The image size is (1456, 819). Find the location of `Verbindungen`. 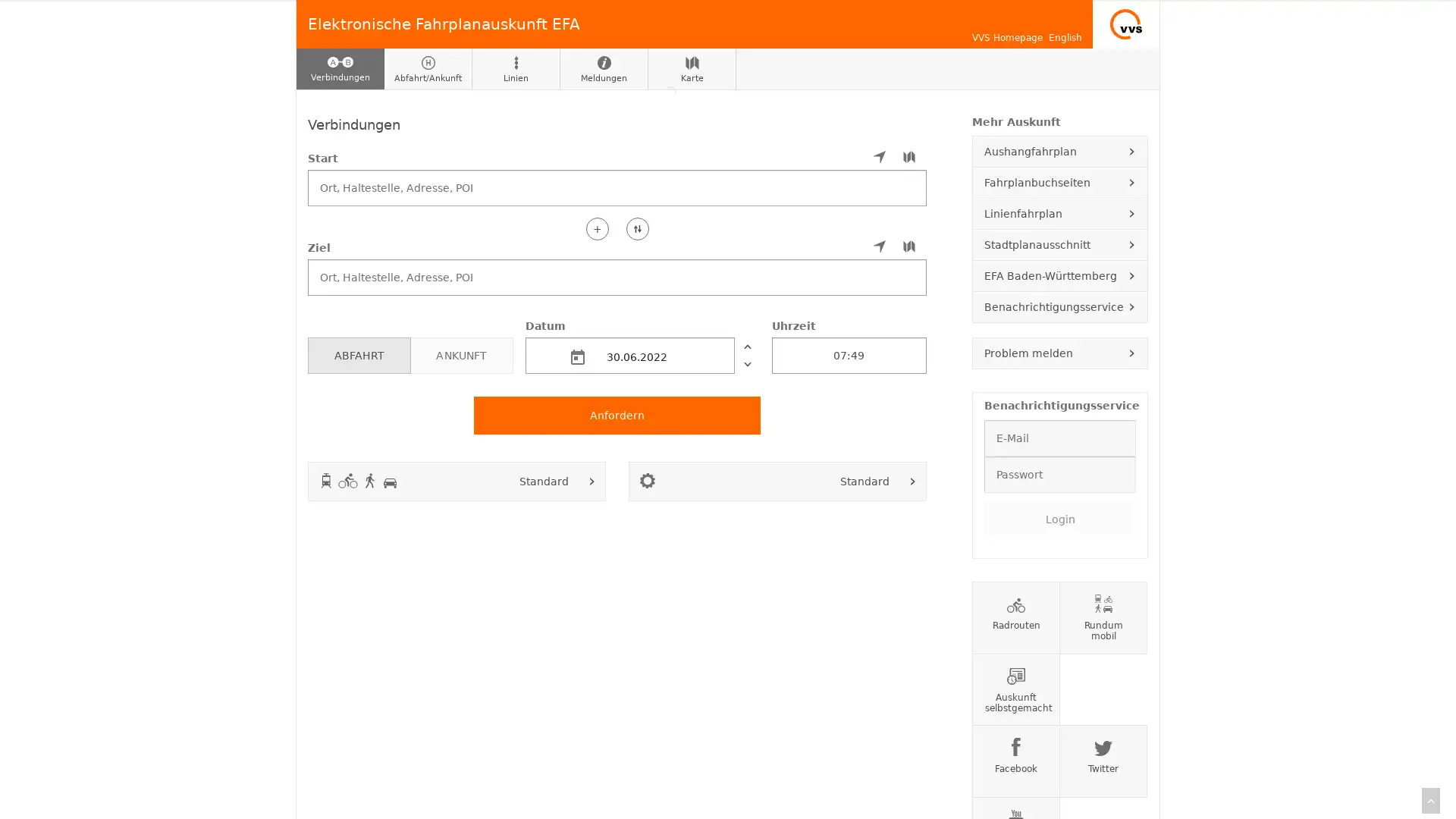

Verbindungen is located at coordinates (340, 69).